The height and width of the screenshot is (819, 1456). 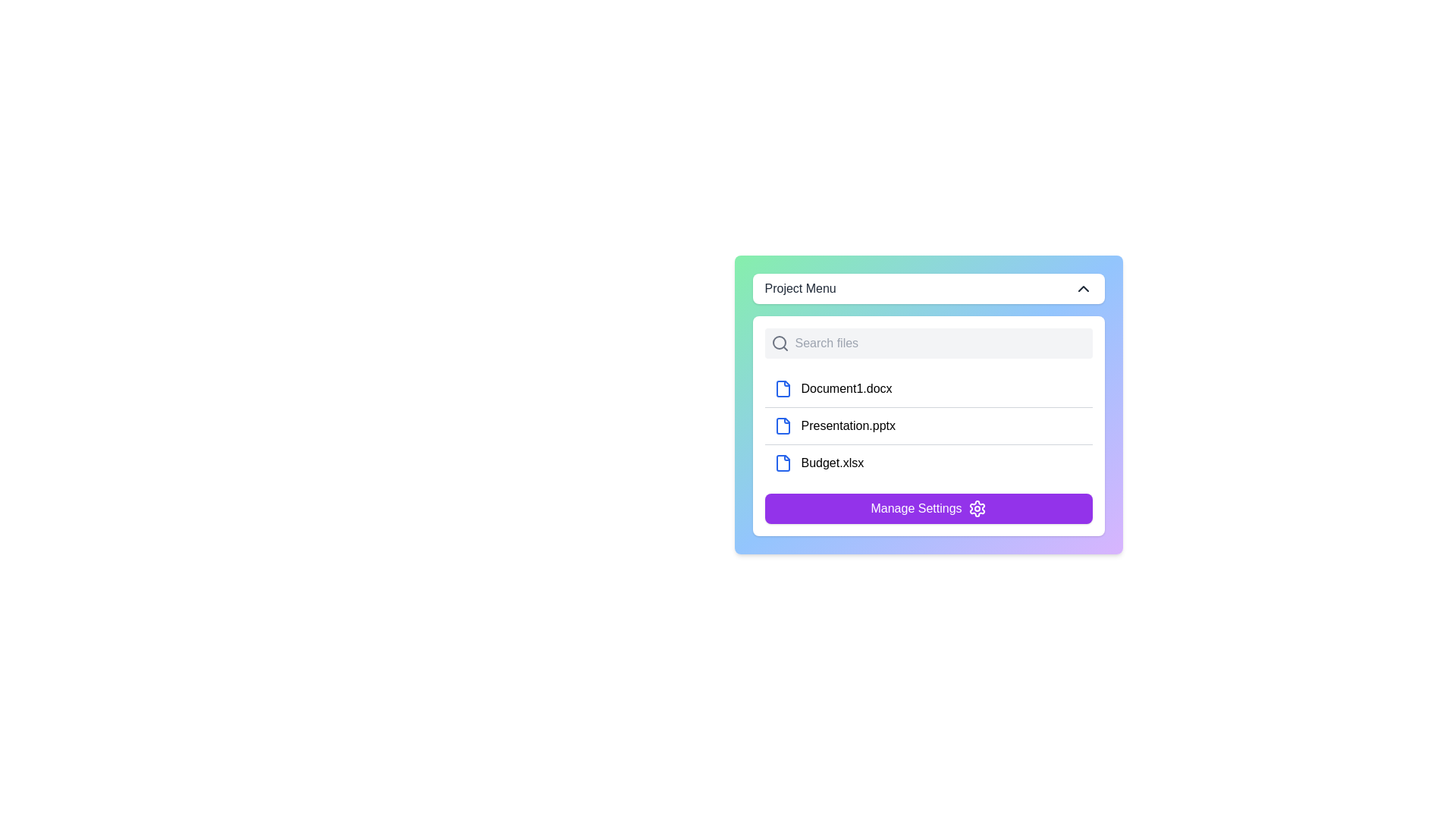 What do you see at coordinates (927, 509) in the screenshot?
I see `the 'Manage Settings' button with a vibrant purple background and a gear icon` at bounding box center [927, 509].